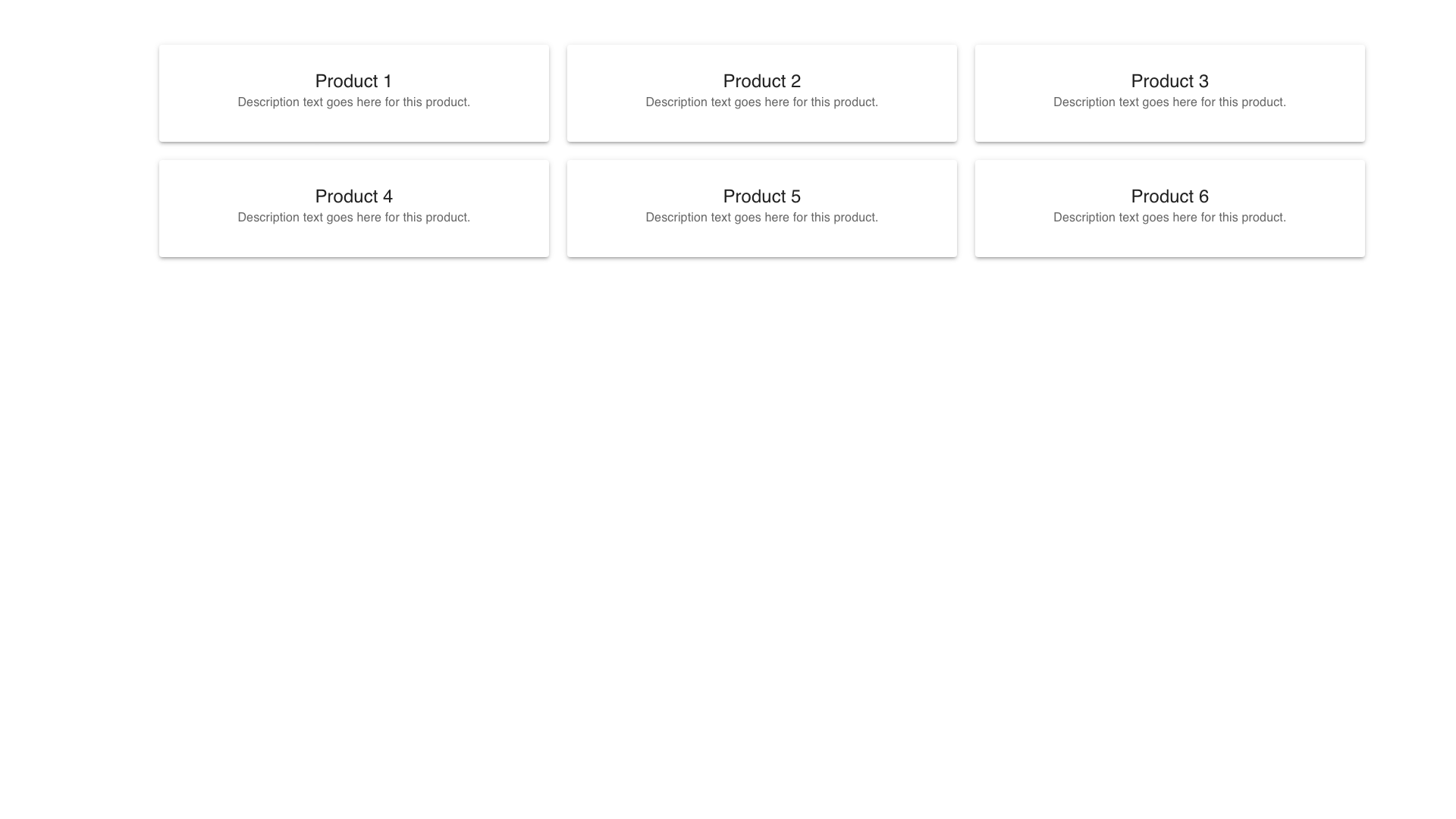 The image size is (1456, 819). What do you see at coordinates (353, 208) in the screenshot?
I see `displayed information from the Informational card for 'Product 4', which is located in the second row, first column of the grid arrangement` at bounding box center [353, 208].